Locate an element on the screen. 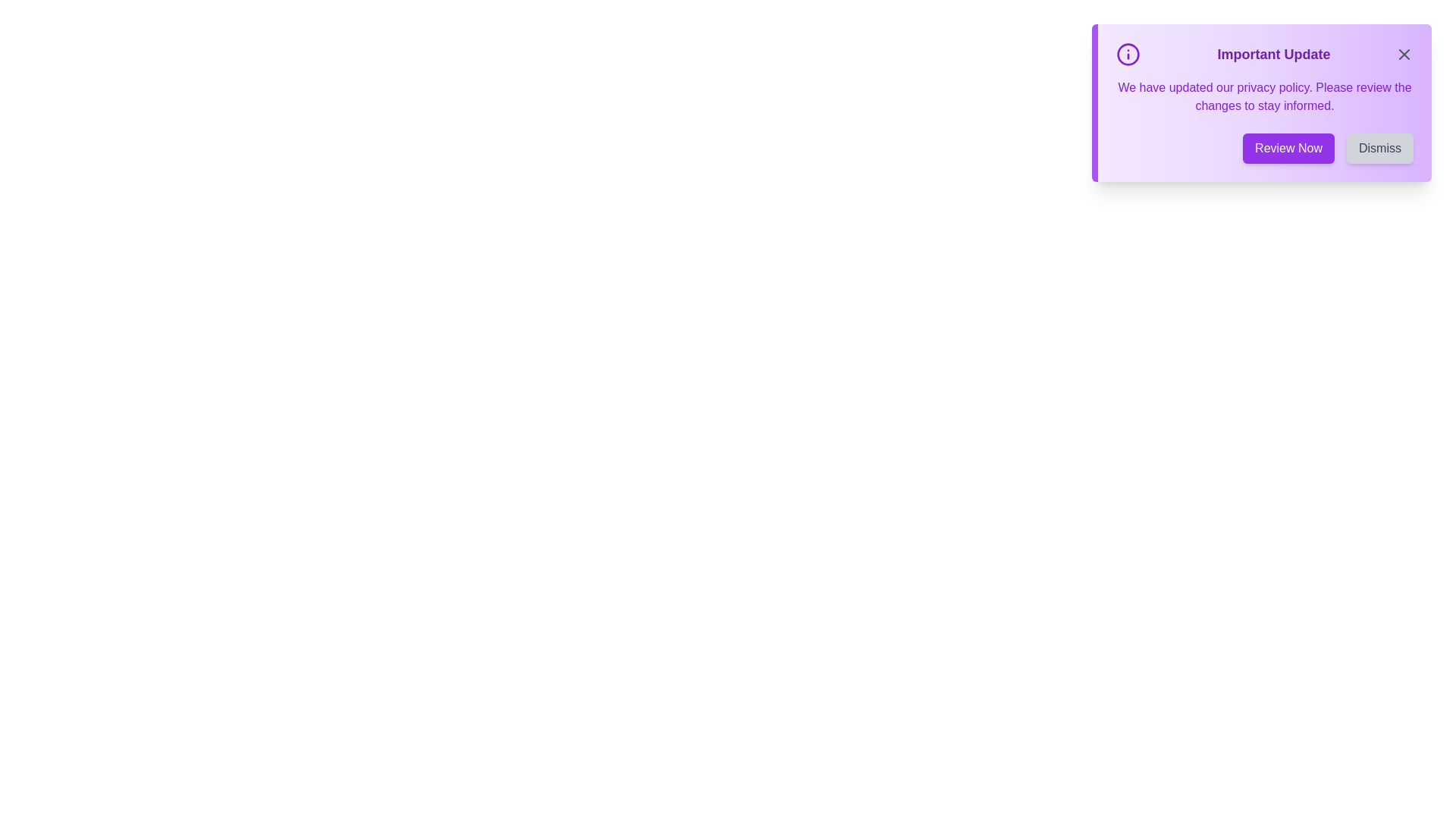 Image resolution: width=1456 pixels, height=819 pixels. the close button to hide the notification is located at coordinates (1404, 54).